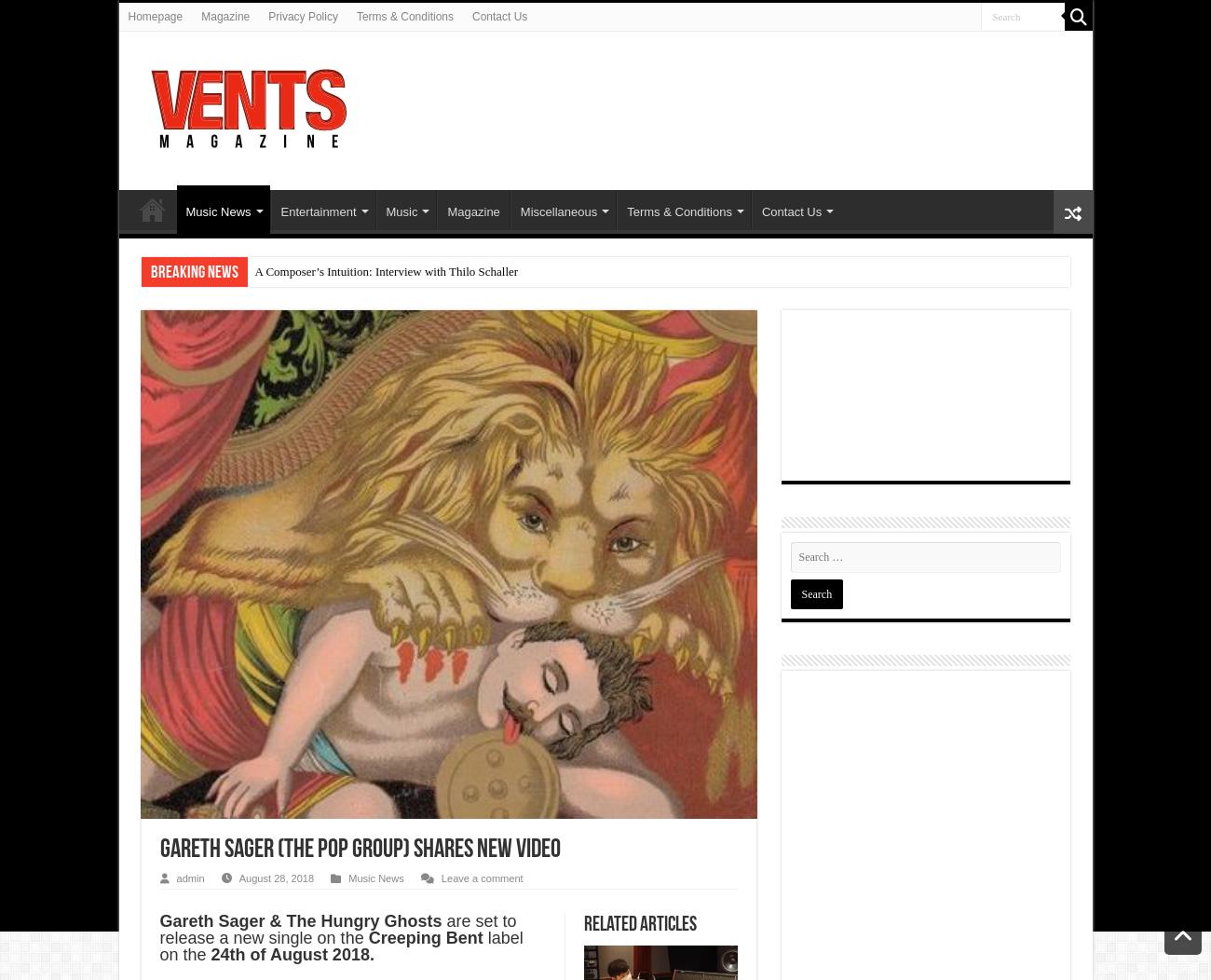 This screenshot has width=1211, height=980. Describe the element at coordinates (189, 878) in the screenshot. I see `'admin'` at that location.